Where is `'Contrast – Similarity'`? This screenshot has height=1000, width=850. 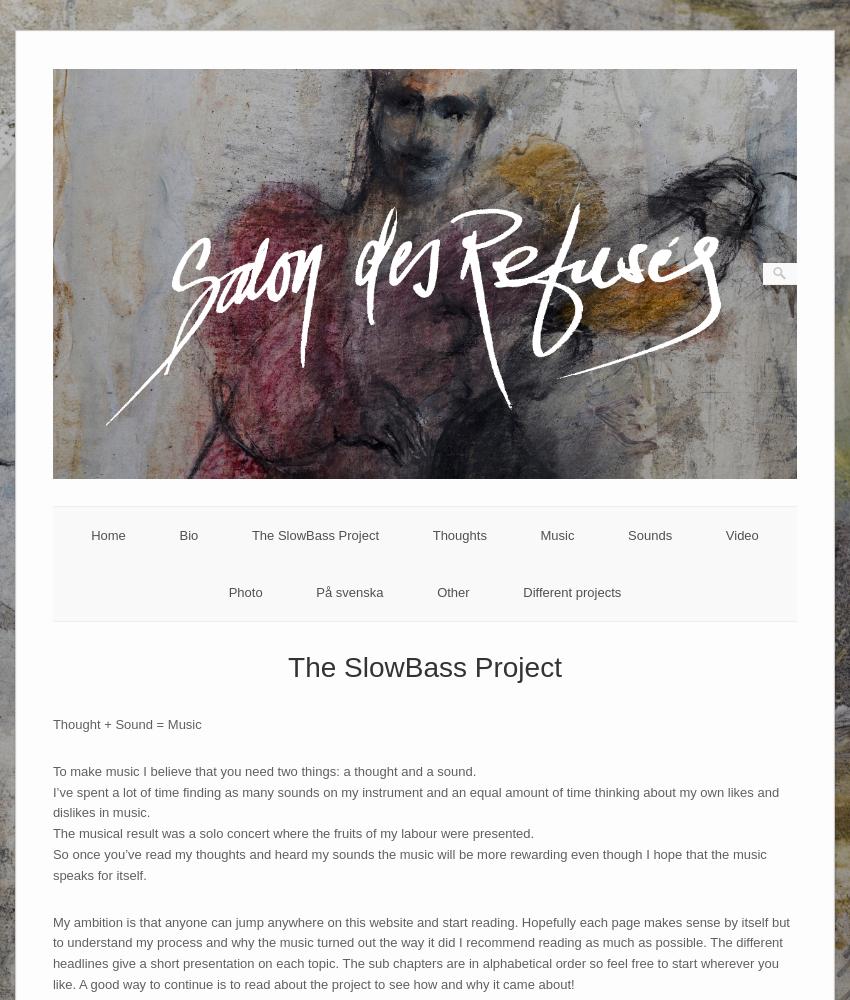
'Contrast – Similarity' is located at coordinates (618, 644).